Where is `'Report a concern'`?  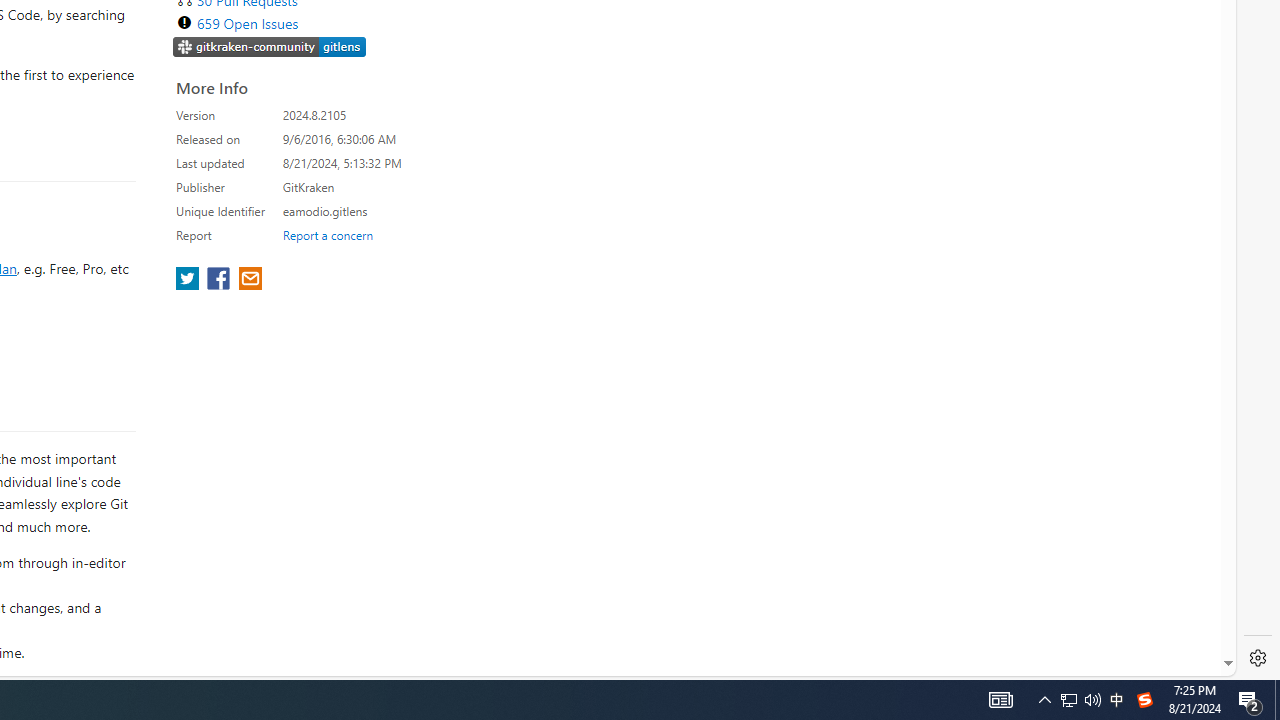 'Report a concern' is located at coordinates (327, 234).